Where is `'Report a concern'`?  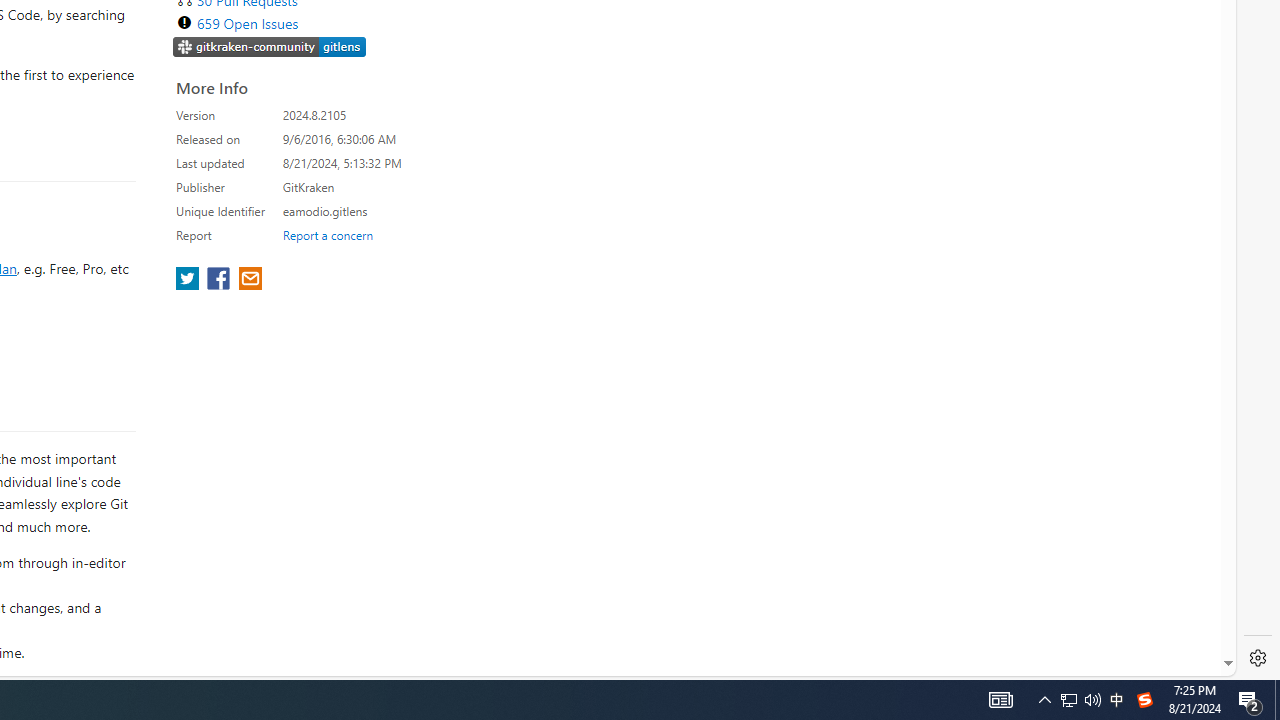 'Report a concern' is located at coordinates (327, 234).